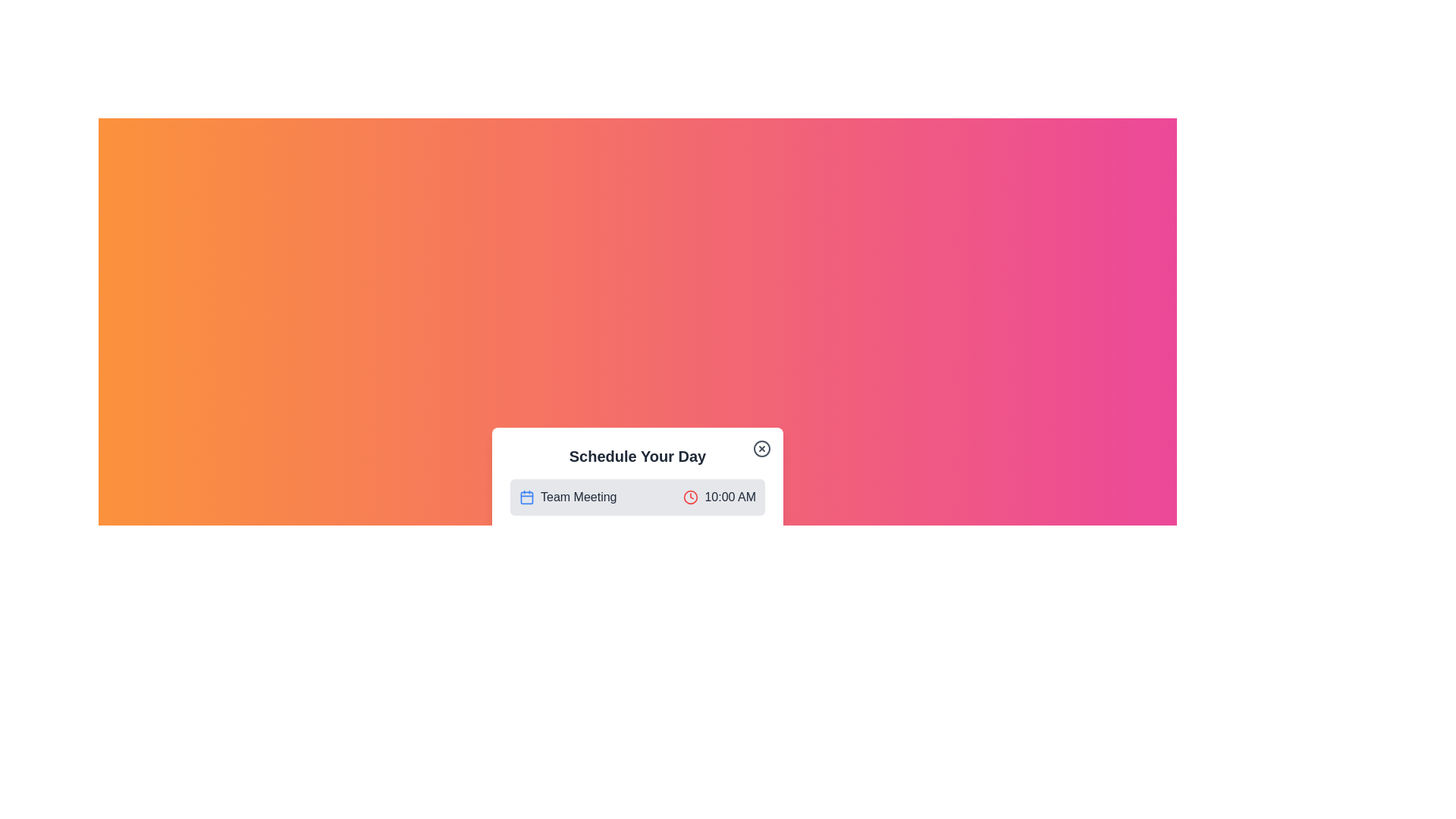  What do you see at coordinates (719, 497) in the screenshot?
I see `the 'scheduled time' text with icon located in the second section of the 'Schedule Your Day' area, positioned right next to the 'Team Meeting' label` at bounding box center [719, 497].